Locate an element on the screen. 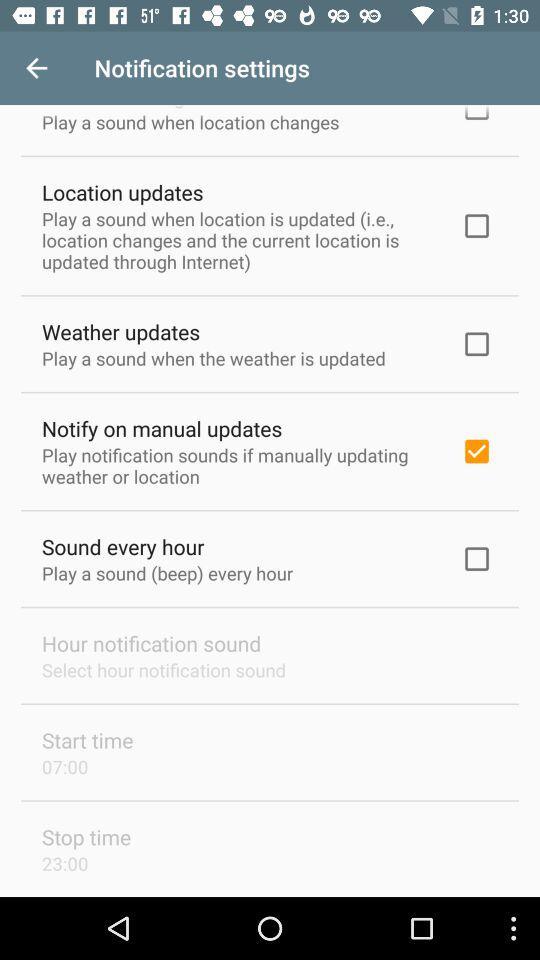  item below select hour notification is located at coordinates (86, 739).